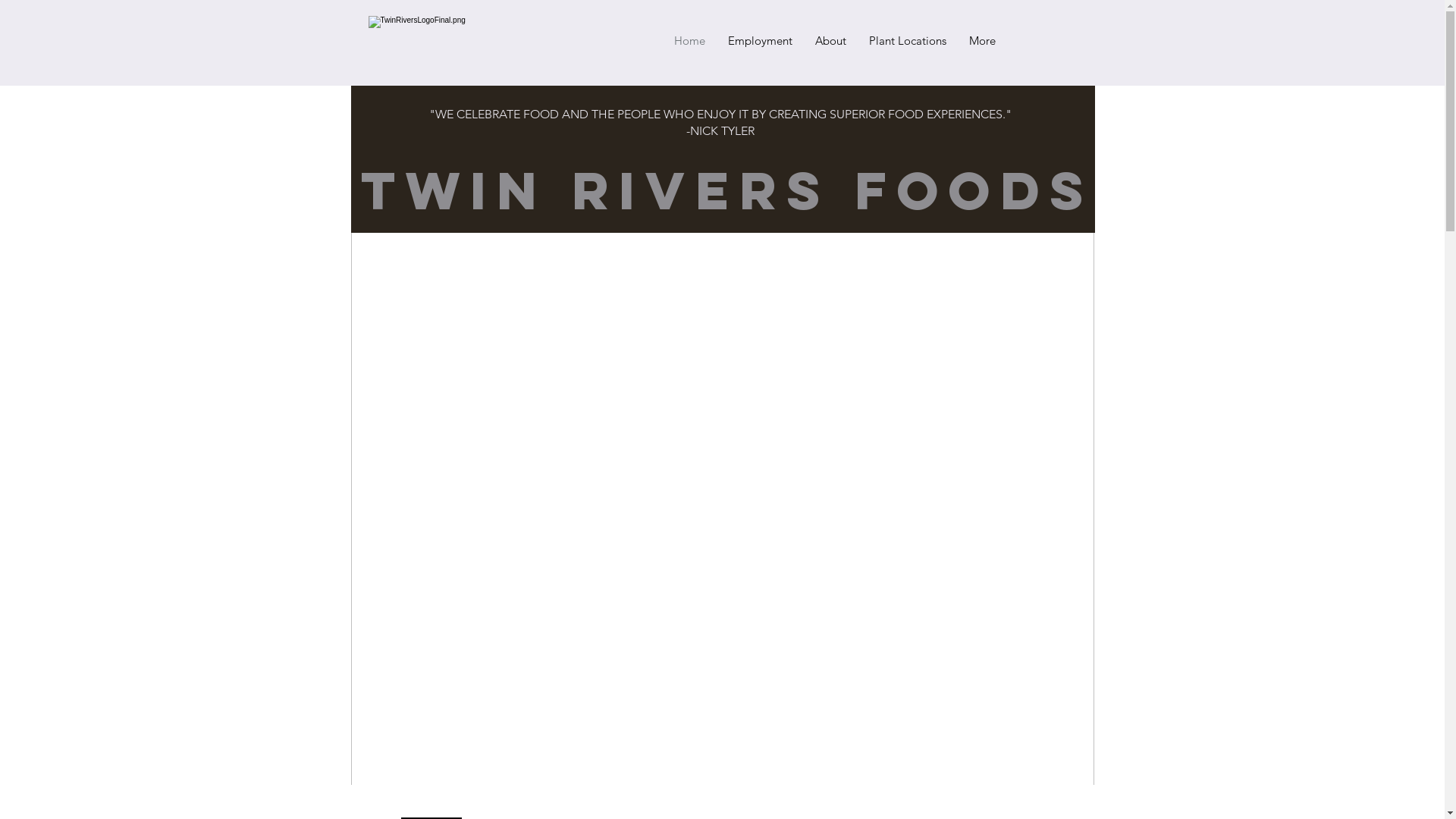 This screenshot has height=819, width=1456. What do you see at coordinates (759, 40) in the screenshot?
I see `'Employment'` at bounding box center [759, 40].